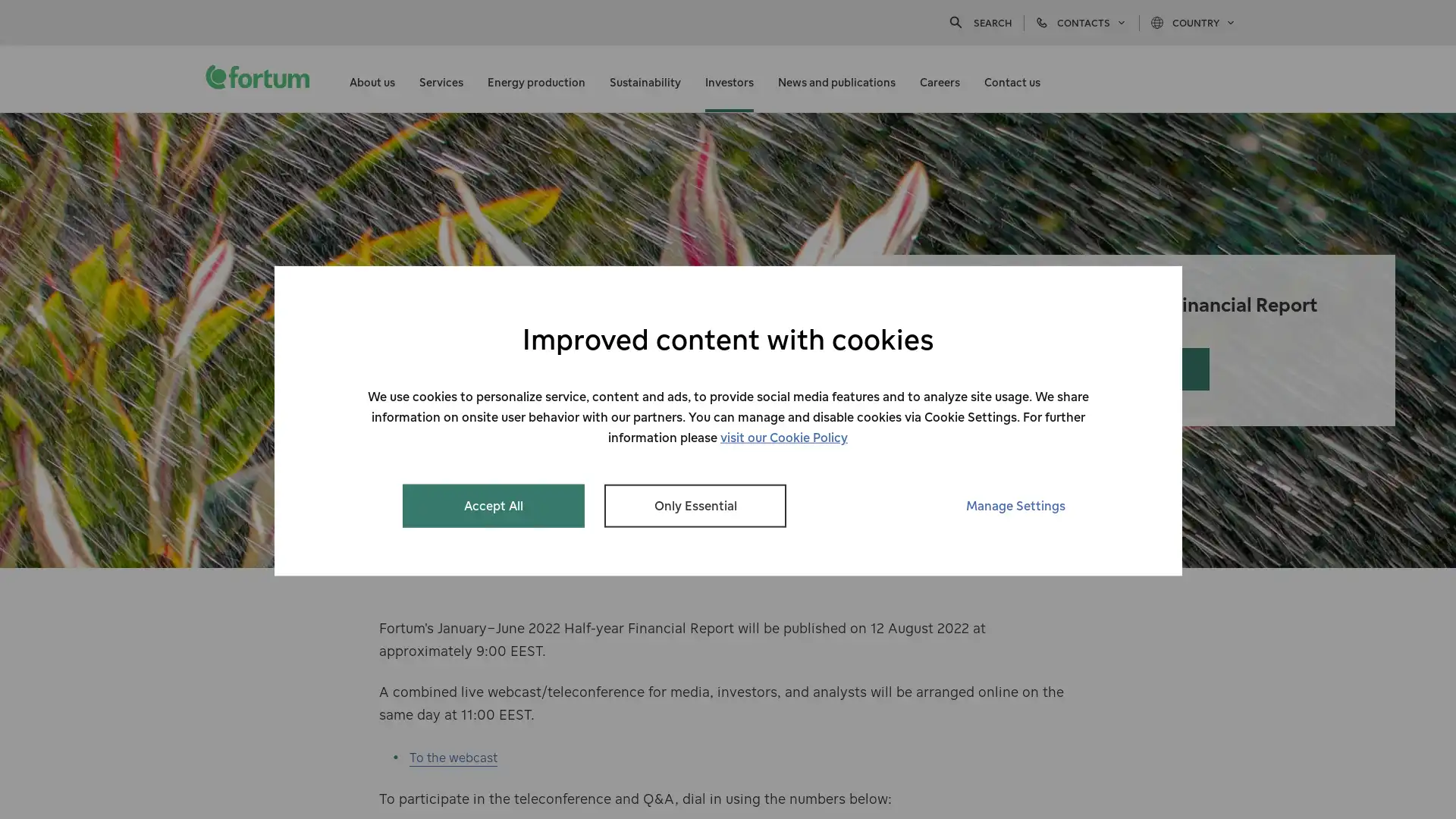 The width and height of the screenshot is (1456, 819). Describe the element at coordinates (494, 505) in the screenshot. I see `Accept All` at that location.